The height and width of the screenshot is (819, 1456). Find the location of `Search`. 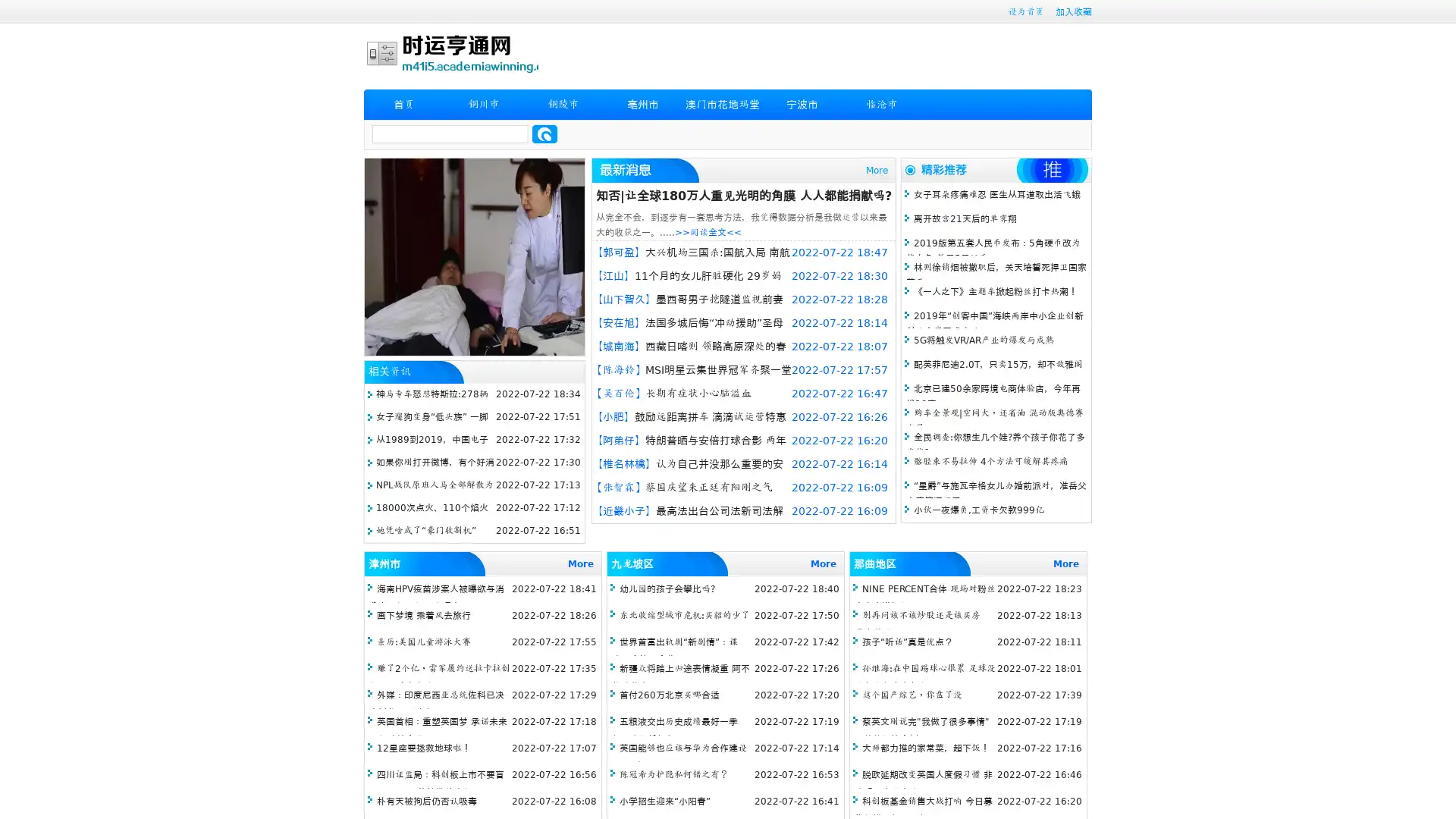

Search is located at coordinates (544, 133).